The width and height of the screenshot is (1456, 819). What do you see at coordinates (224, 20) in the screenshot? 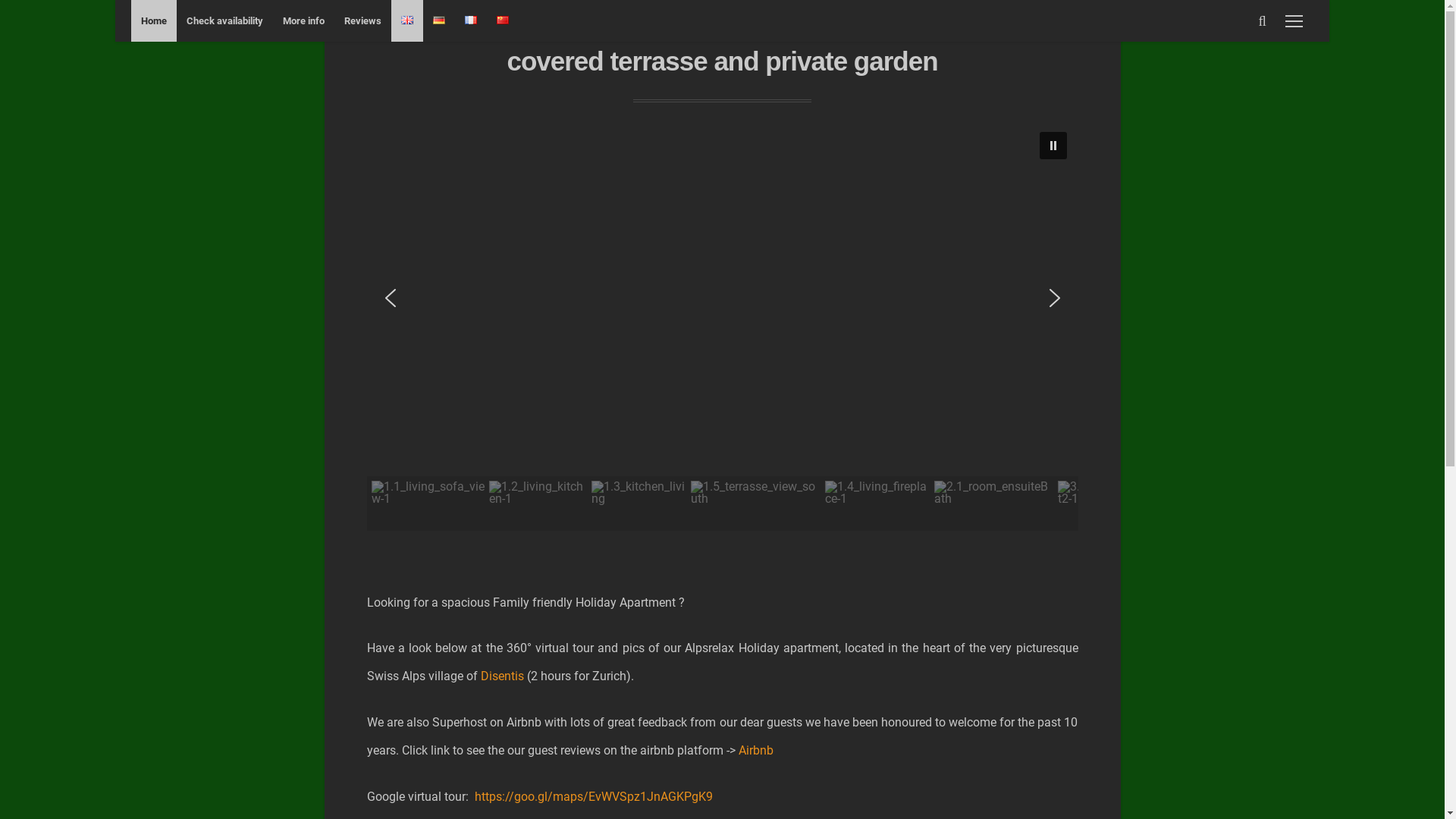
I see `'Check availability'` at bounding box center [224, 20].